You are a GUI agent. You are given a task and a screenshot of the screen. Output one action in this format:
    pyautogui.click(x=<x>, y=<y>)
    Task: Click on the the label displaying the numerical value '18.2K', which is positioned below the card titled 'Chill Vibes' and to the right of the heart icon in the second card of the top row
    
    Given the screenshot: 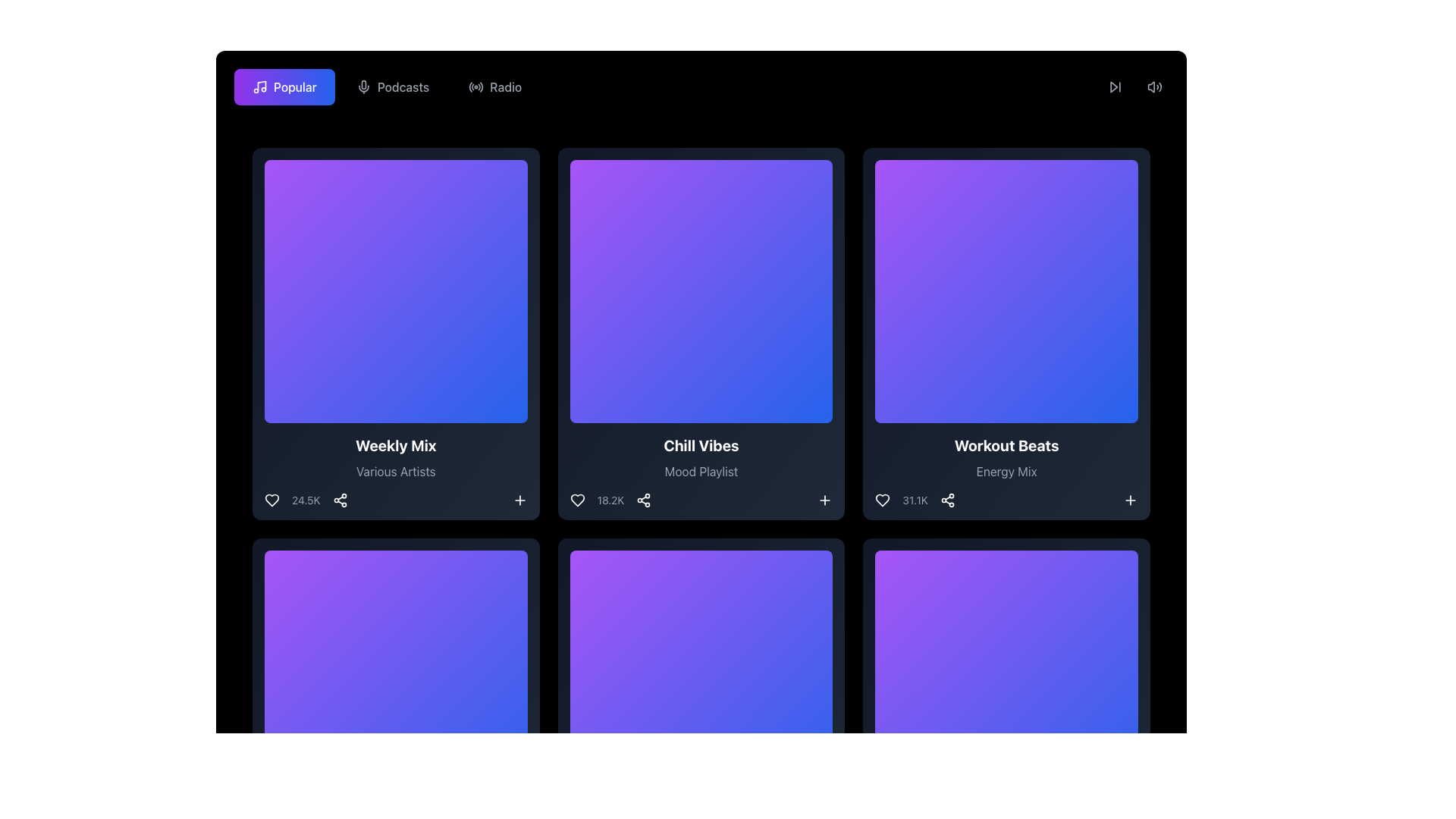 What is the action you would take?
    pyautogui.click(x=610, y=500)
    